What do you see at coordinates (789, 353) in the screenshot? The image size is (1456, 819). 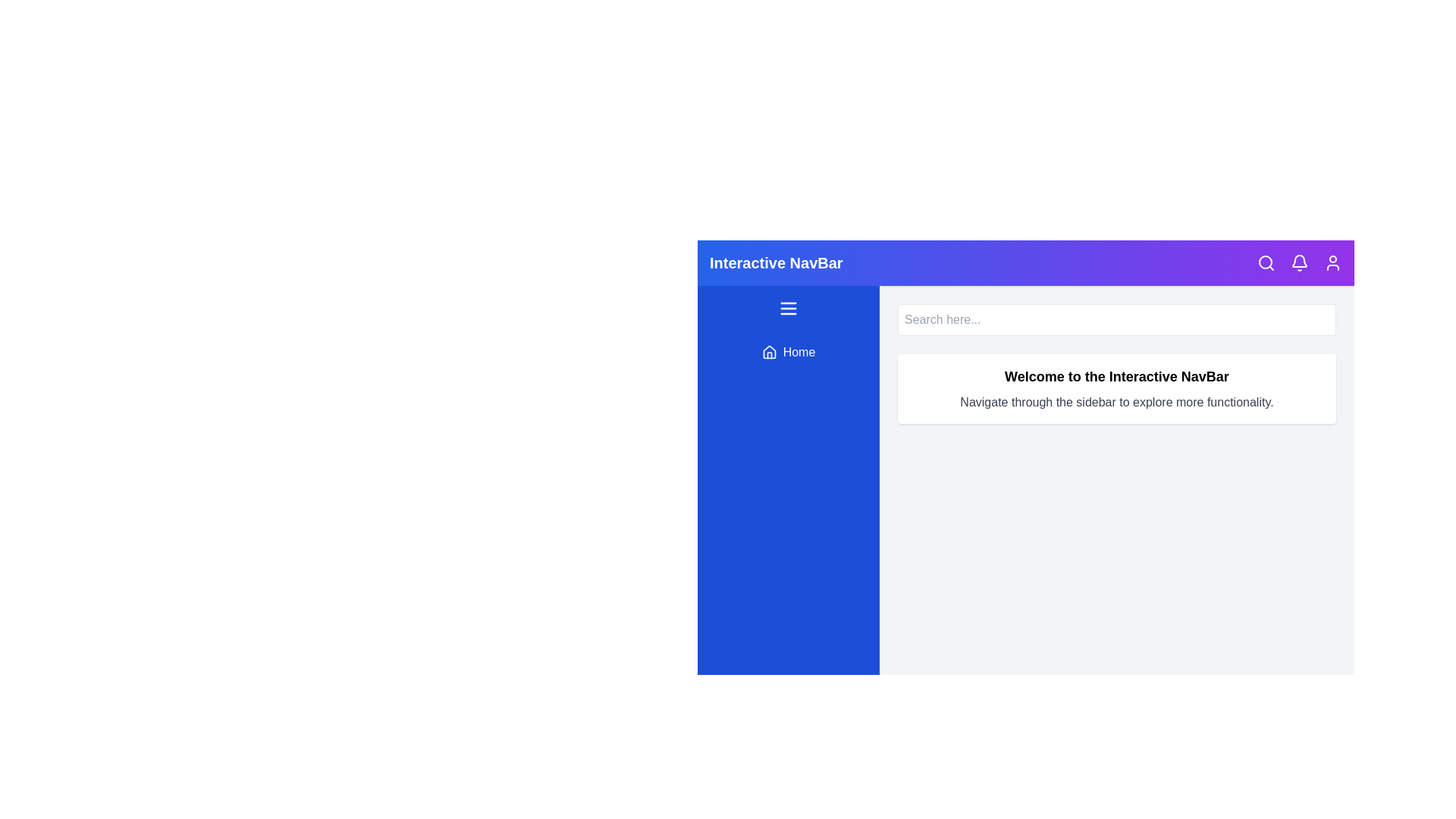 I see `the Home item in the sidebar to navigate to the Home section` at bounding box center [789, 353].